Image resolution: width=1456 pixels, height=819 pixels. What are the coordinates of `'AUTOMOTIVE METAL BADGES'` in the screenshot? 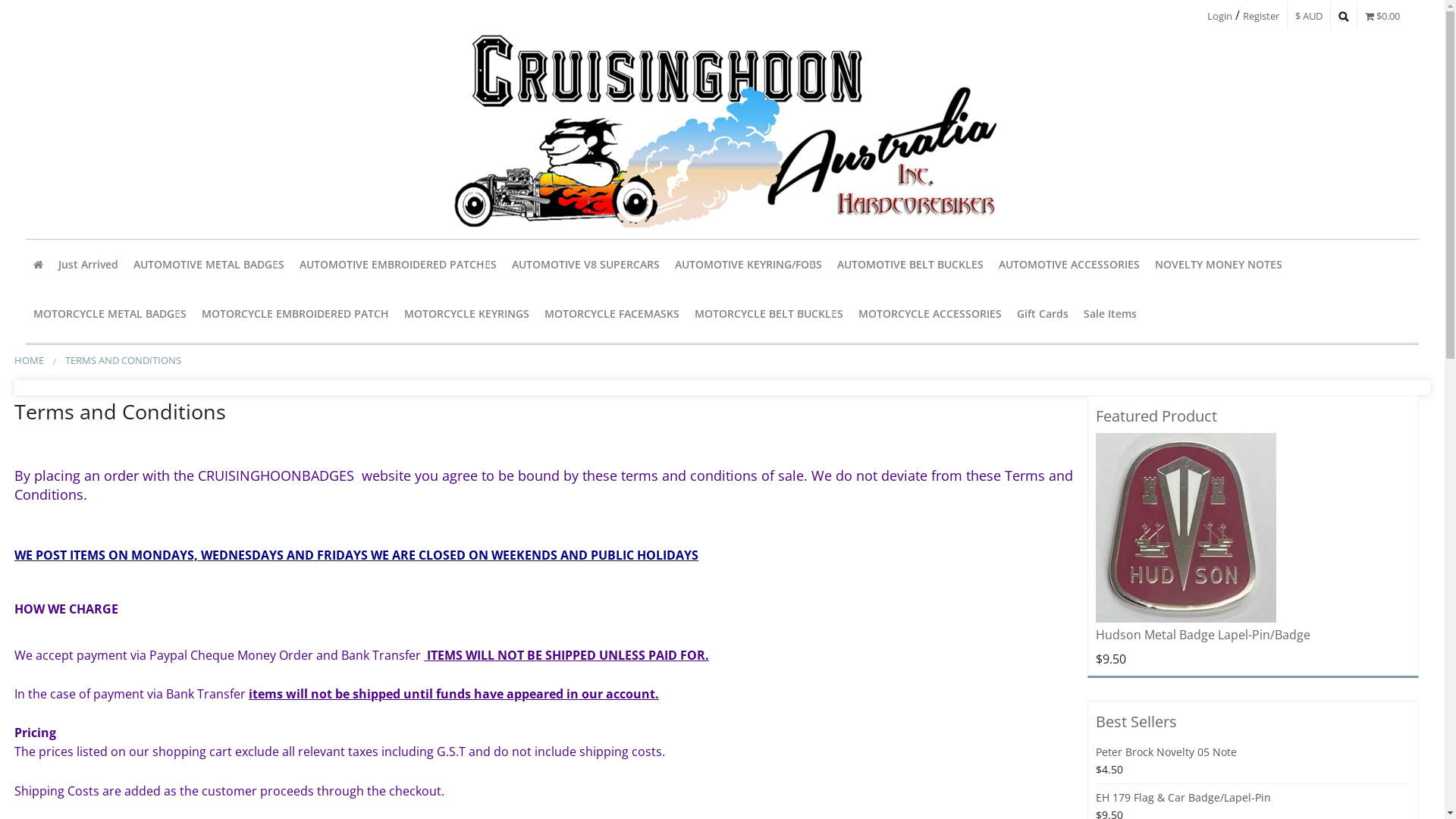 It's located at (208, 263).